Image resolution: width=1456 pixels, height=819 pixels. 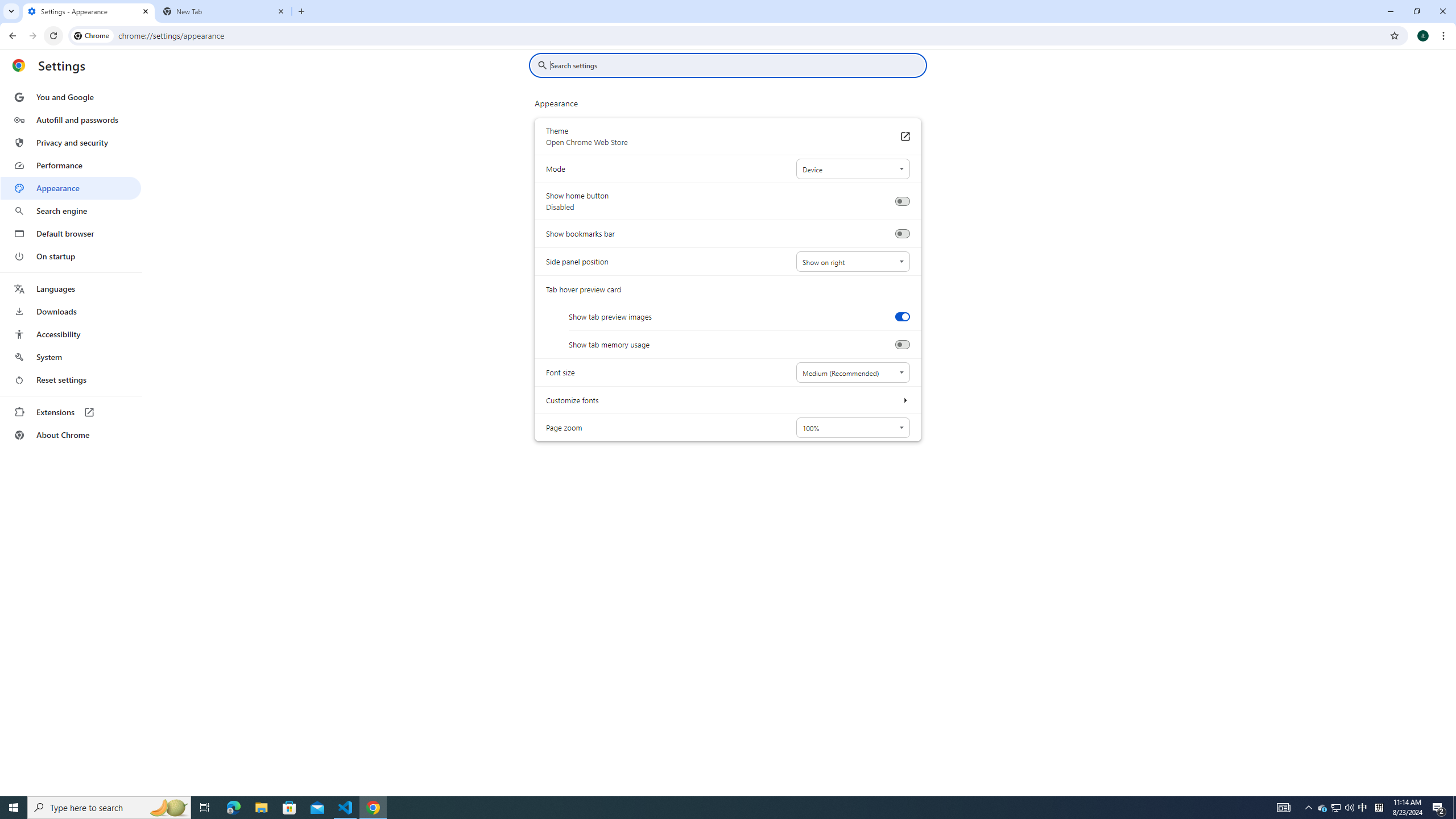 I want to click on 'Search engine', so click(x=70, y=211).